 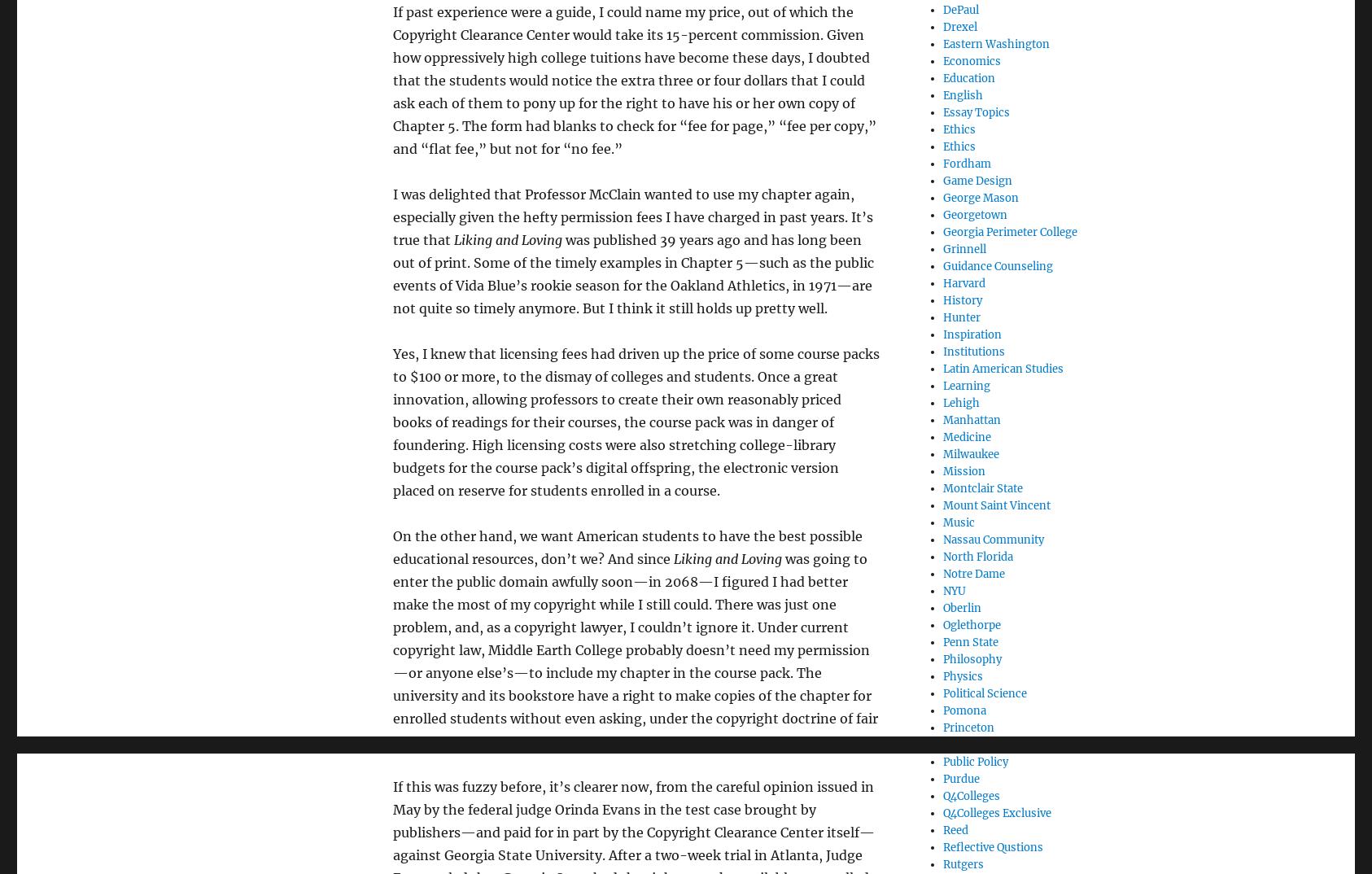 I want to click on 'Lehigh', so click(x=960, y=402).